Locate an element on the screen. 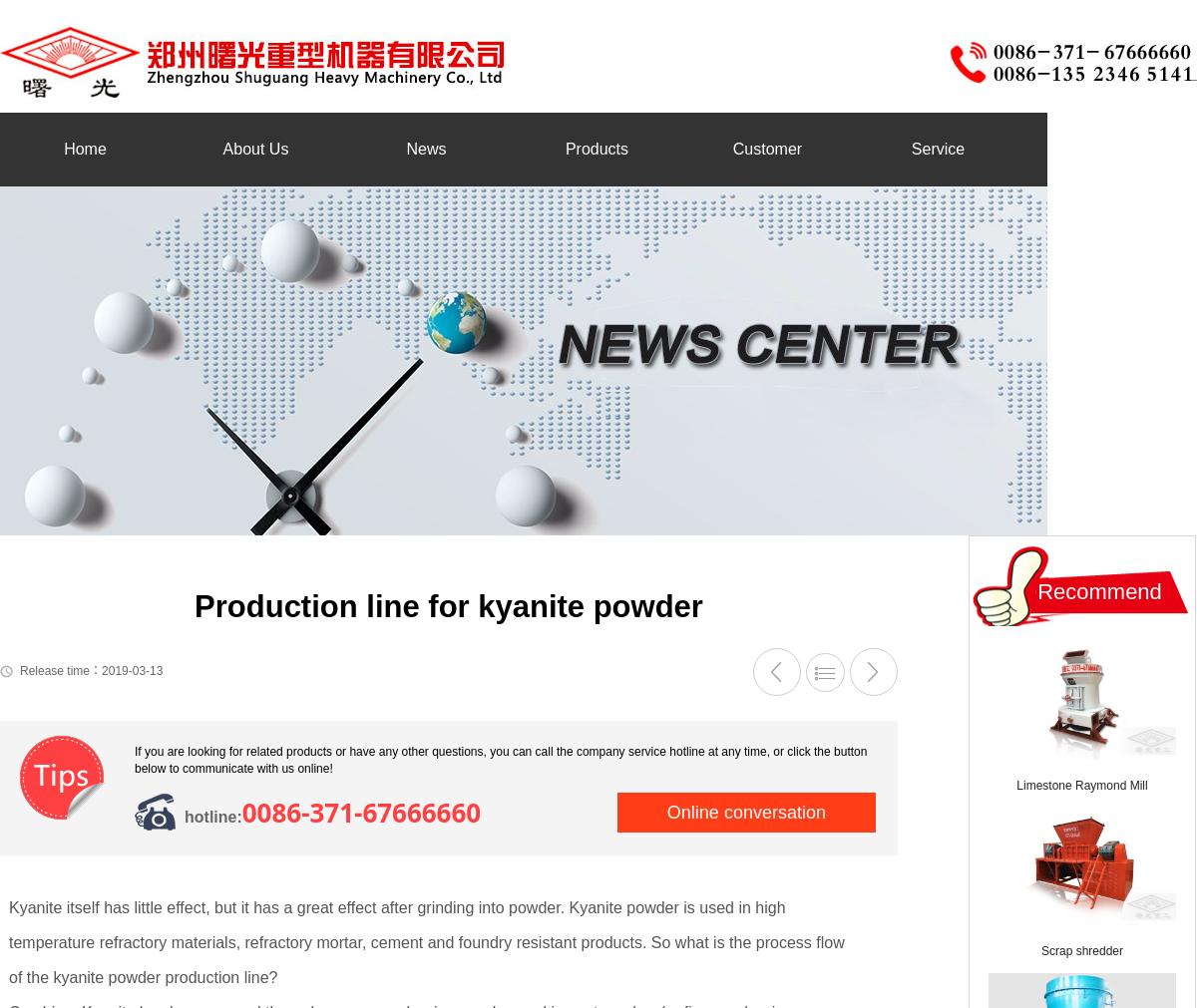 The width and height of the screenshot is (1197, 1008). 'If you are looking for related products or have any other questions, you can call
                    the company service hotline at any time, or click the button below to communicate
                    with us online!' is located at coordinates (499, 758).